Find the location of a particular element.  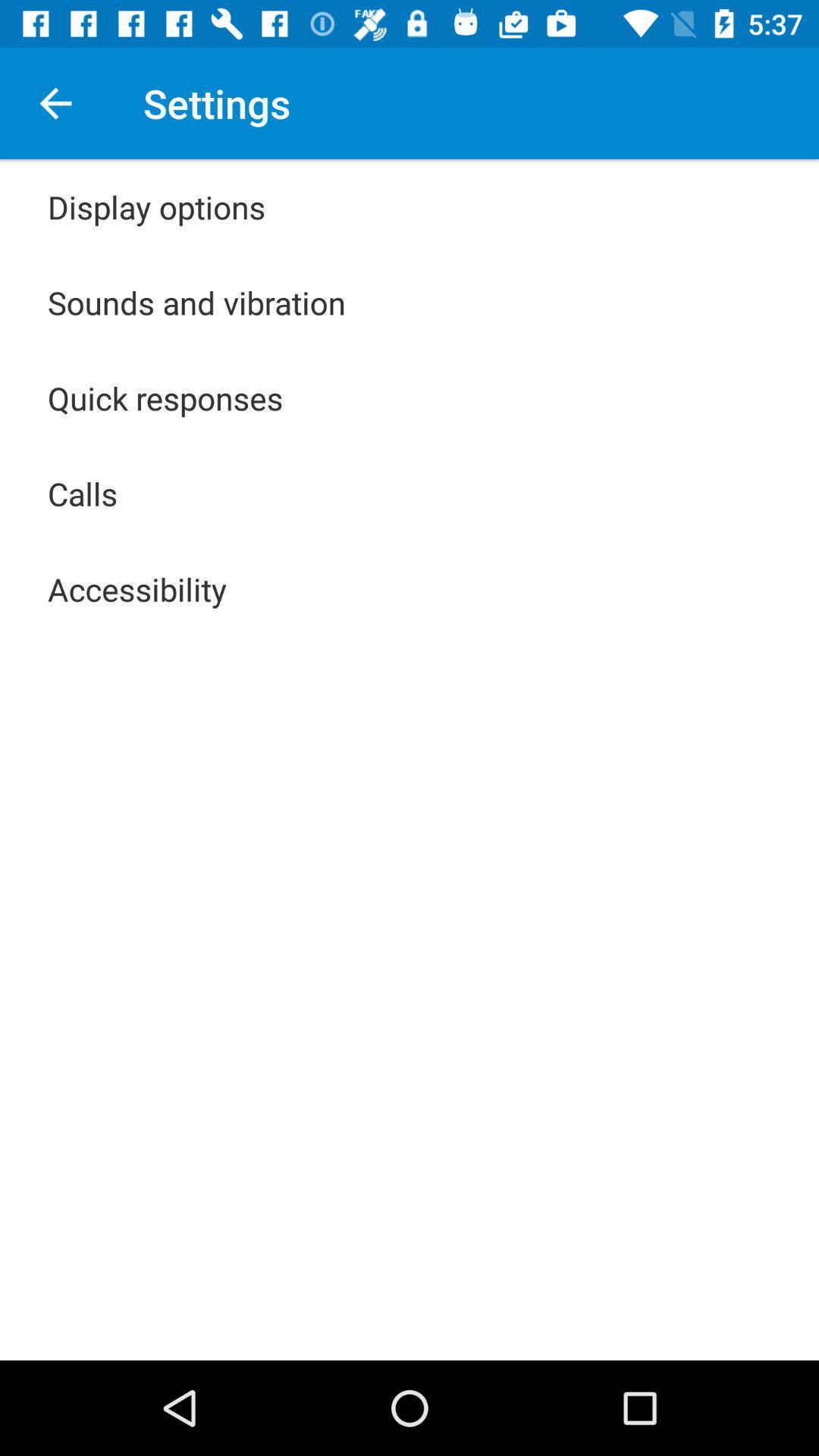

the icon below quick responses icon is located at coordinates (83, 494).